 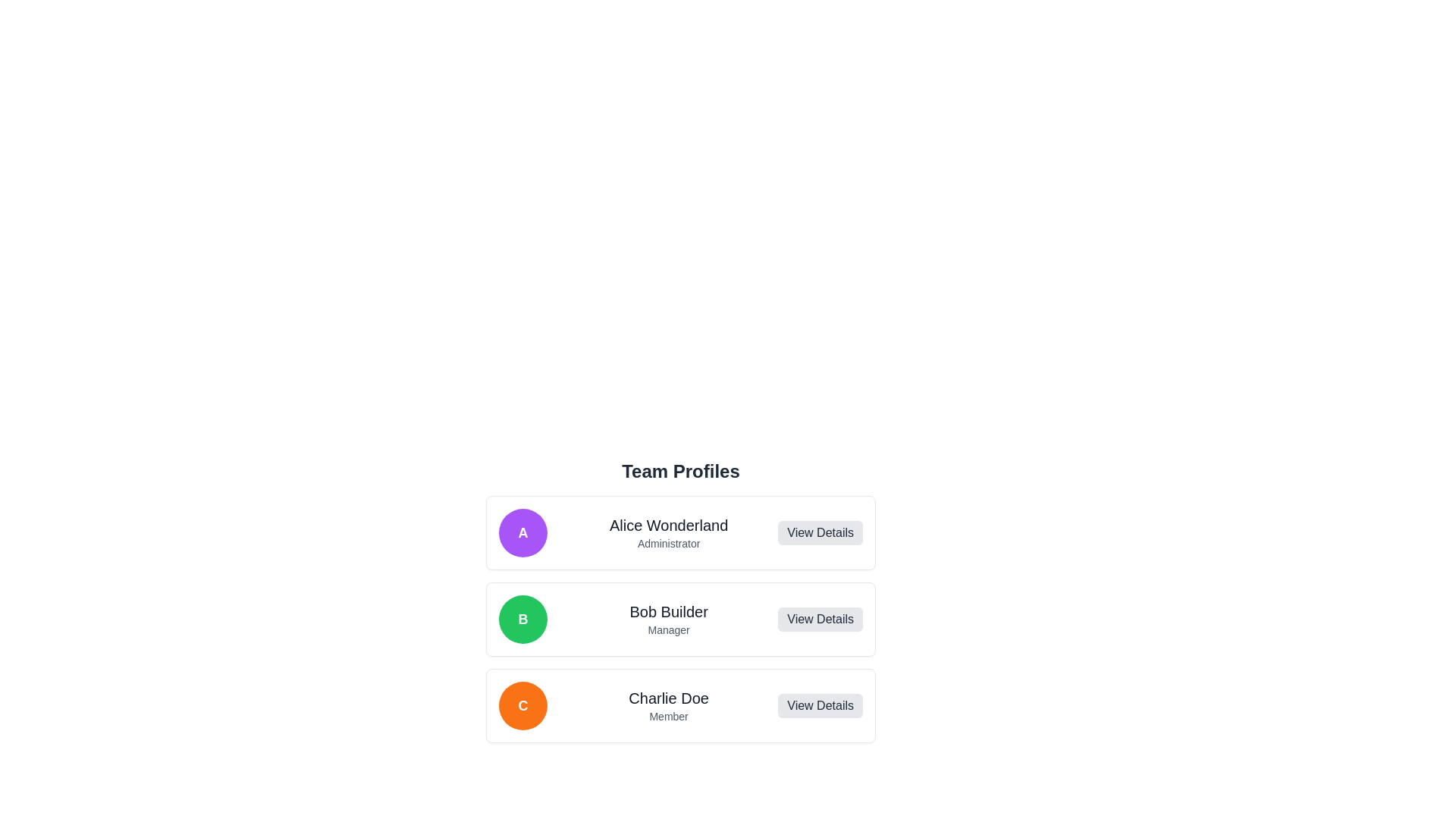 What do you see at coordinates (523, 705) in the screenshot?
I see `the Circular badge component representing the initial of the user's name 'Charlie Doe', located within the bottom-most profile card` at bounding box center [523, 705].